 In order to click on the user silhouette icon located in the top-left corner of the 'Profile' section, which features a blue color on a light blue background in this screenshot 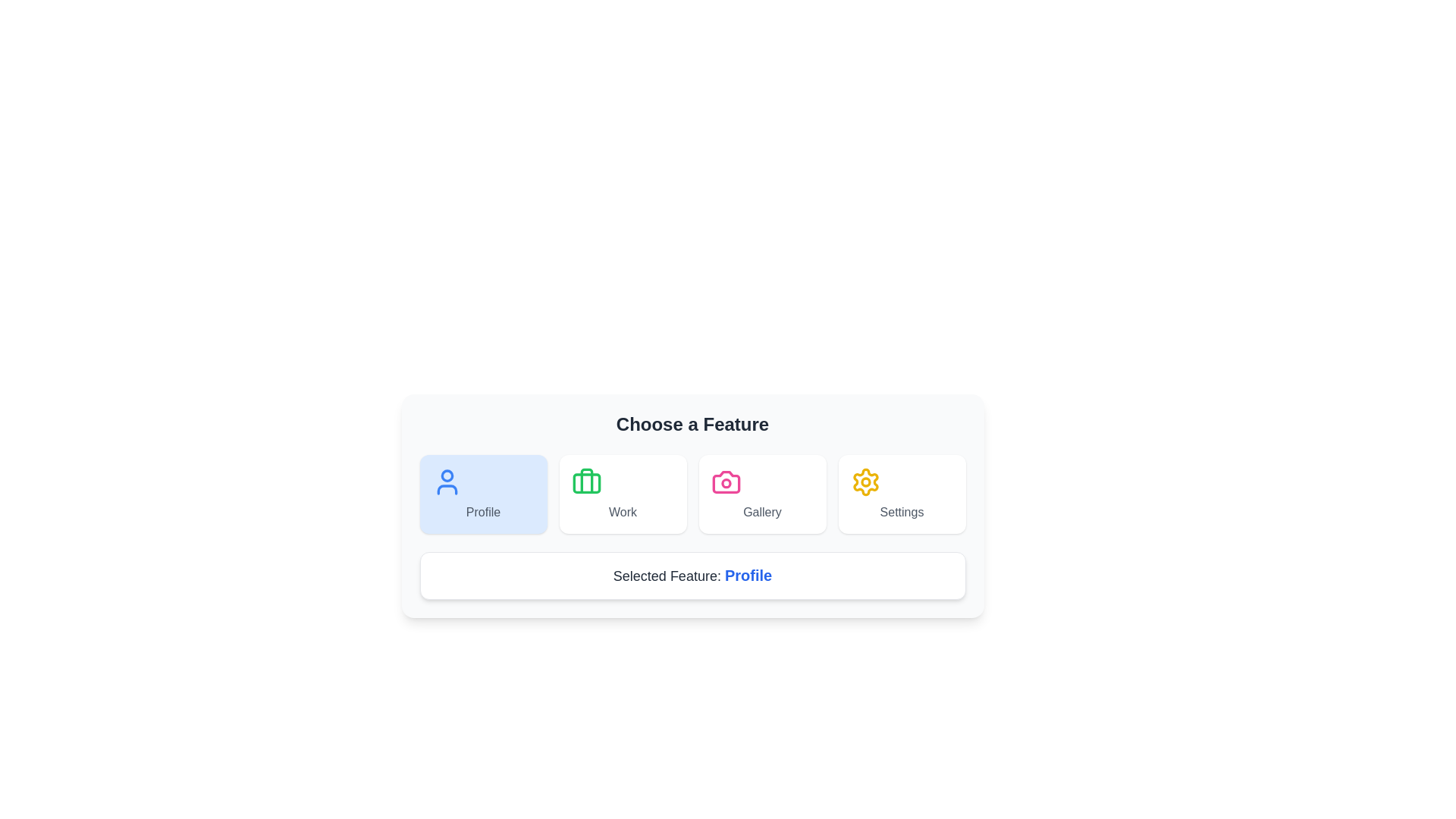, I will do `click(446, 482)`.